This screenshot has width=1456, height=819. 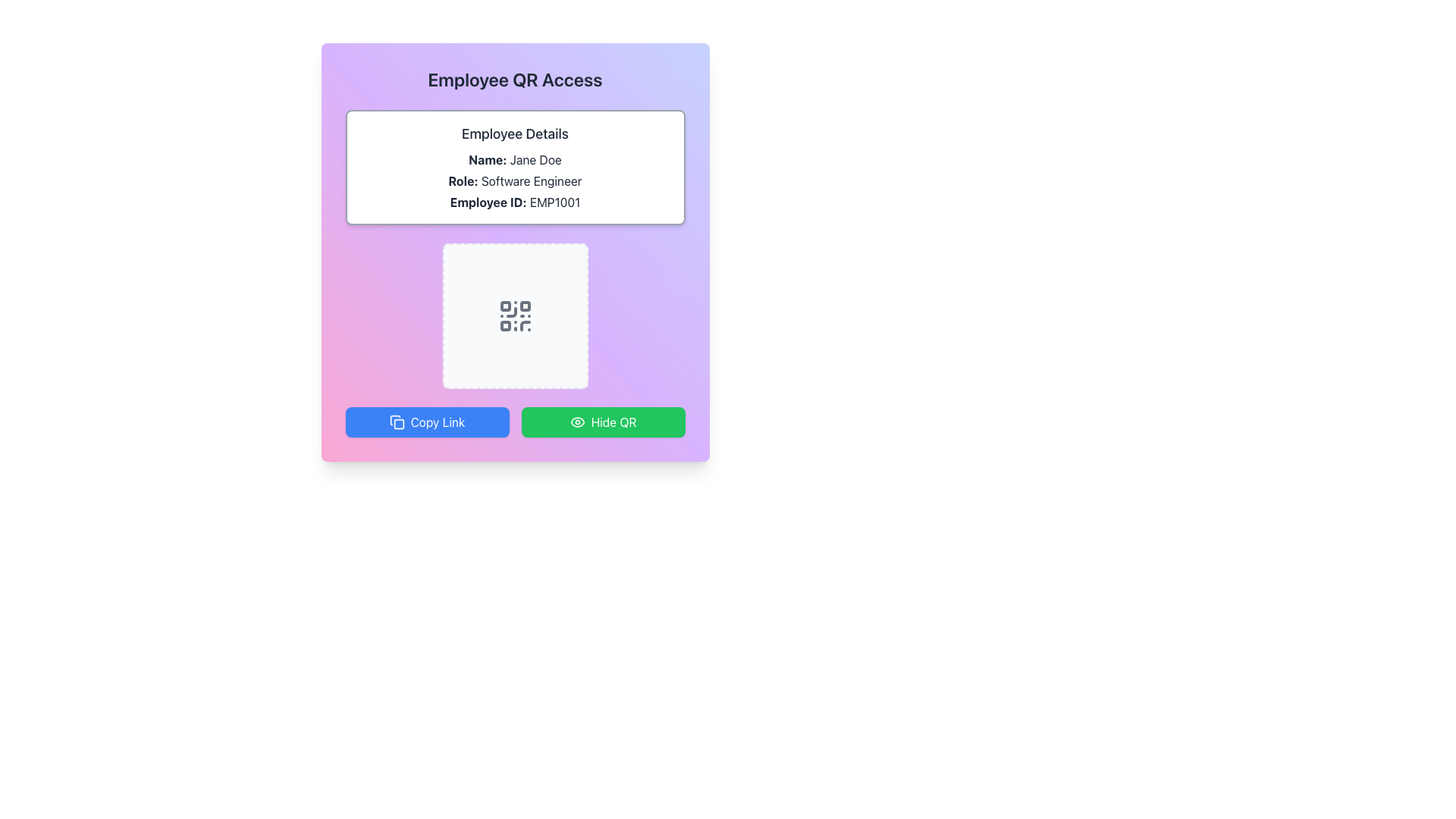 I want to click on the QR code display area, which is centrally located between the 'Employee Details' description box above and the 'Copy Link' and 'Hide QR' buttons below, so click(x=515, y=315).